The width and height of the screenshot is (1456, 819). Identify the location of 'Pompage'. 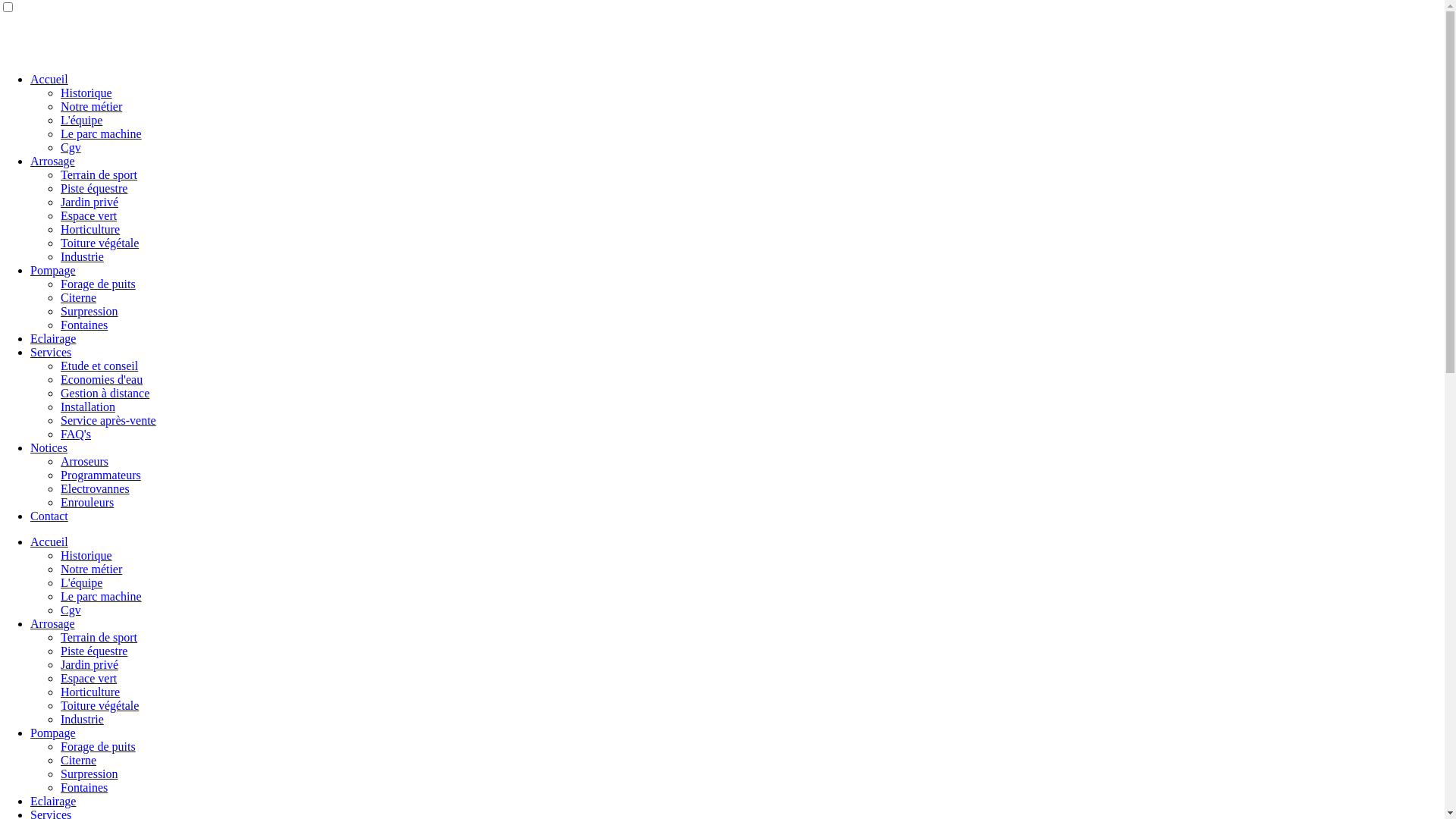
(53, 732).